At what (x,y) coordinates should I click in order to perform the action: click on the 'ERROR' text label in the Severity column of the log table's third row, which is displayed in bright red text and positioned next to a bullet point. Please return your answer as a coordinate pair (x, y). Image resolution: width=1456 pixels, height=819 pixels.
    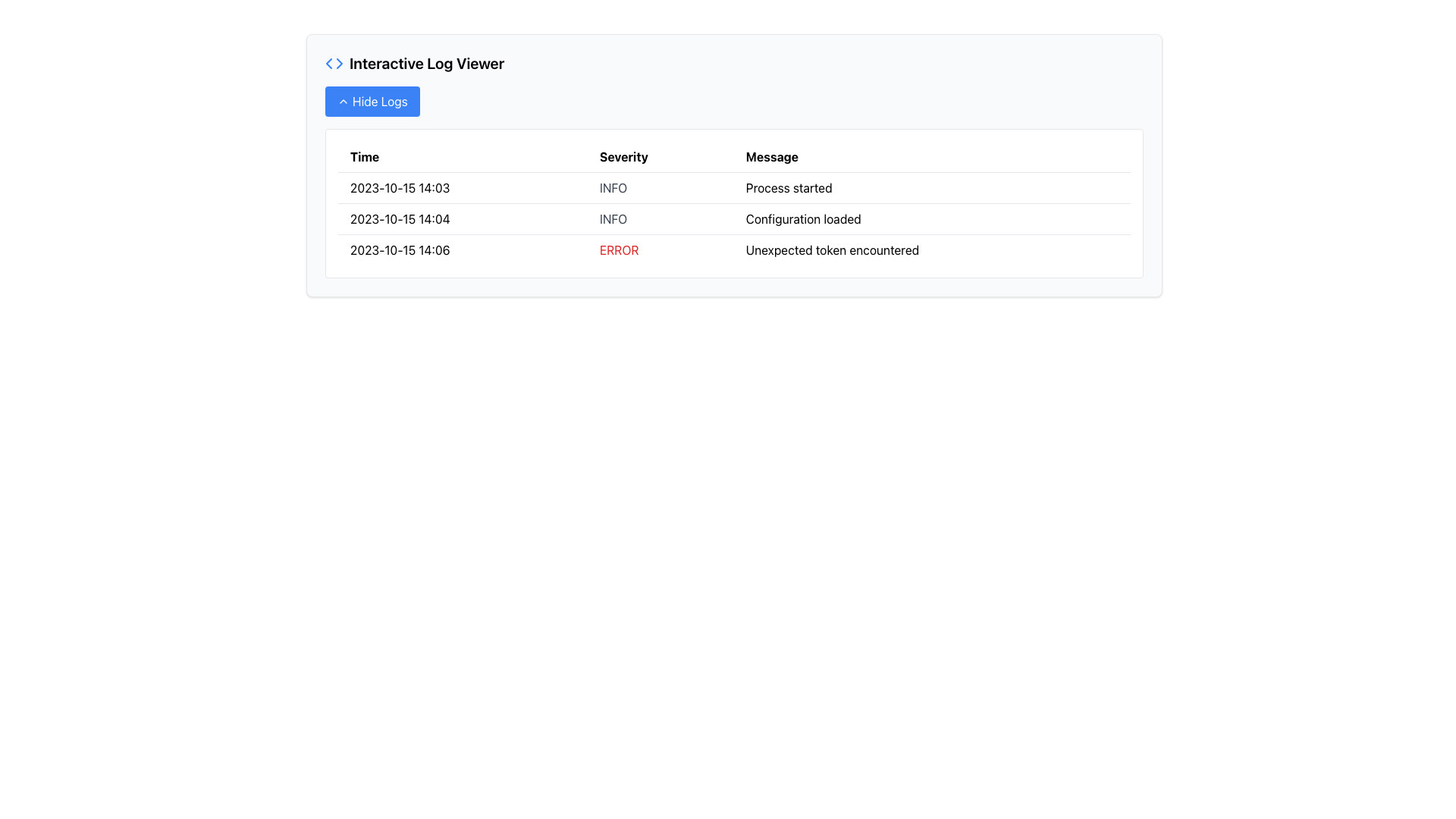
    Looking at the image, I should click on (661, 249).